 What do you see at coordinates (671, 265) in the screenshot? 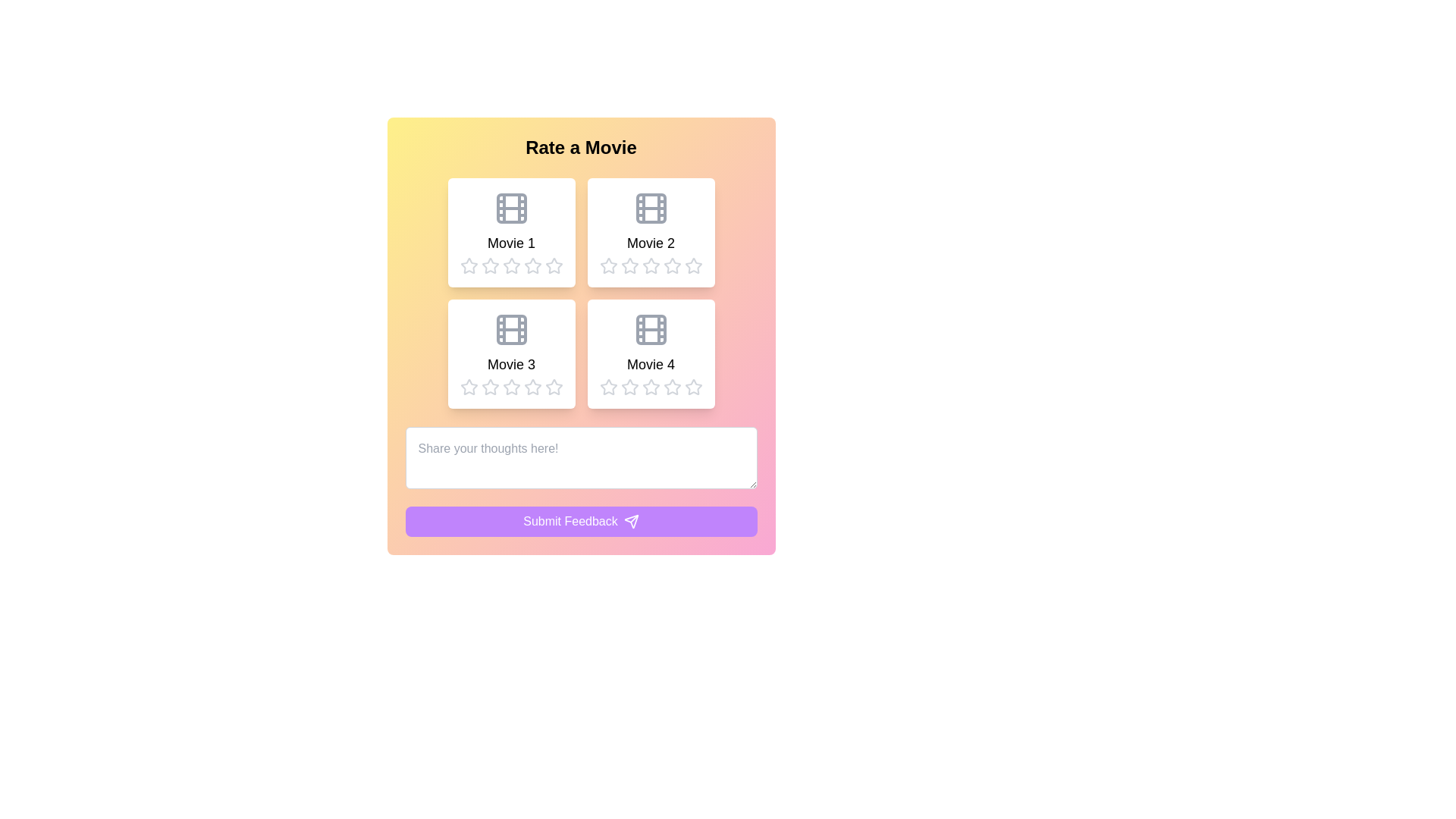
I see `the third gray star icon in the rating system under the 'Movie 2' section` at bounding box center [671, 265].